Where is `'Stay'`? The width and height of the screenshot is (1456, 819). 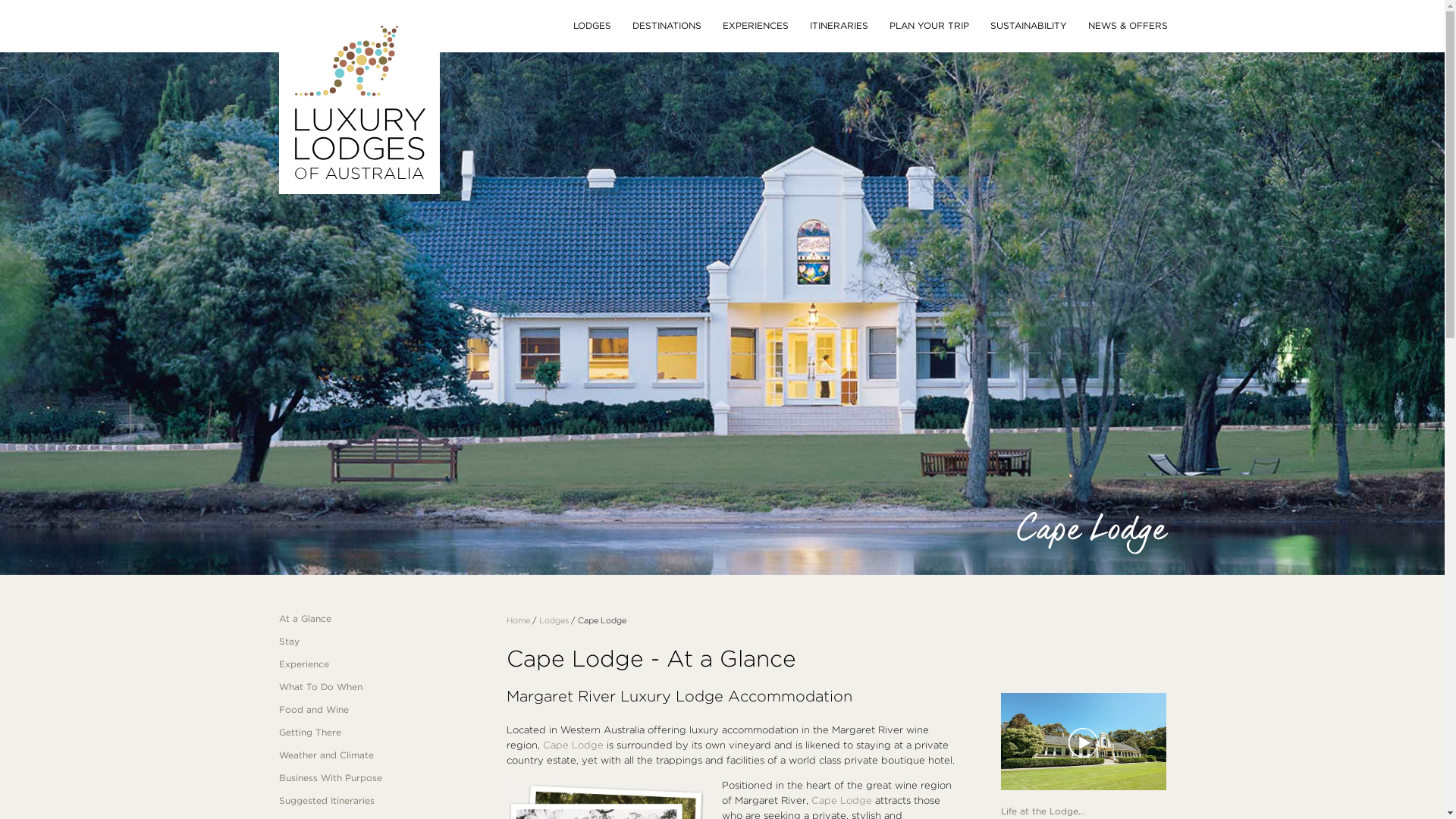
'Stay' is located at coordinates (381, 641).